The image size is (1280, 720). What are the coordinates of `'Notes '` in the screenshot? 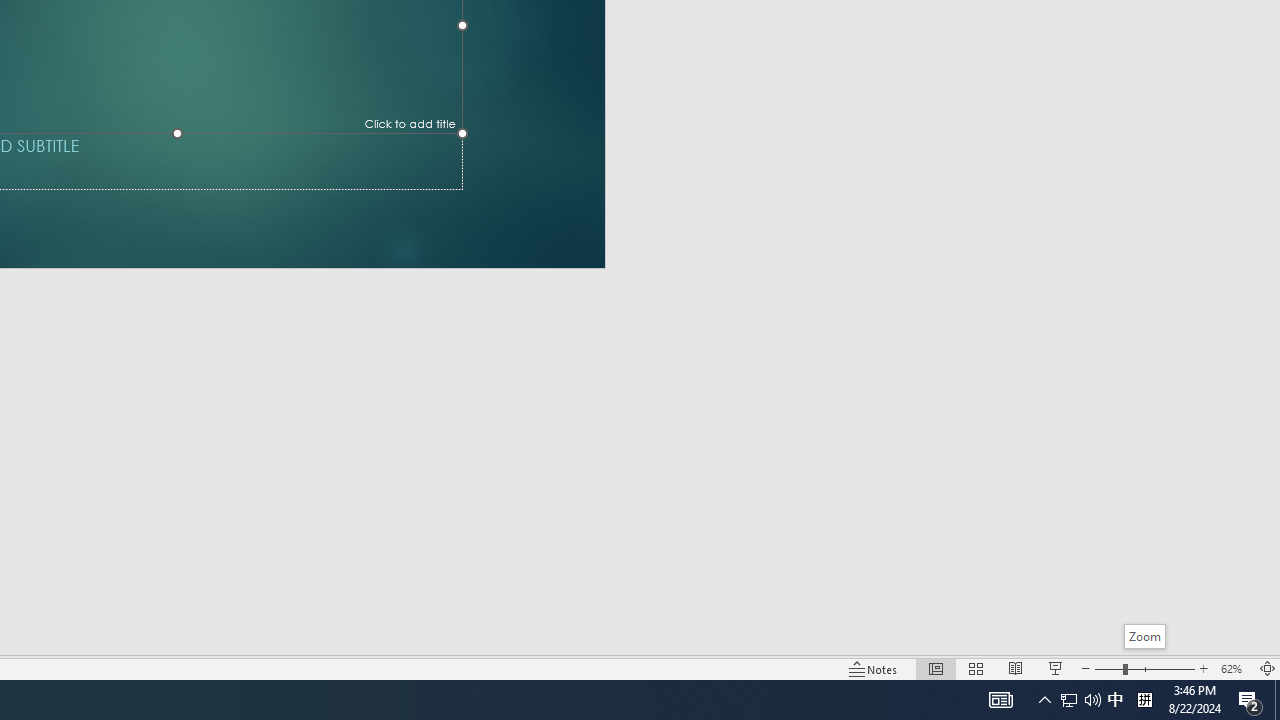 It's located at (874, 669).